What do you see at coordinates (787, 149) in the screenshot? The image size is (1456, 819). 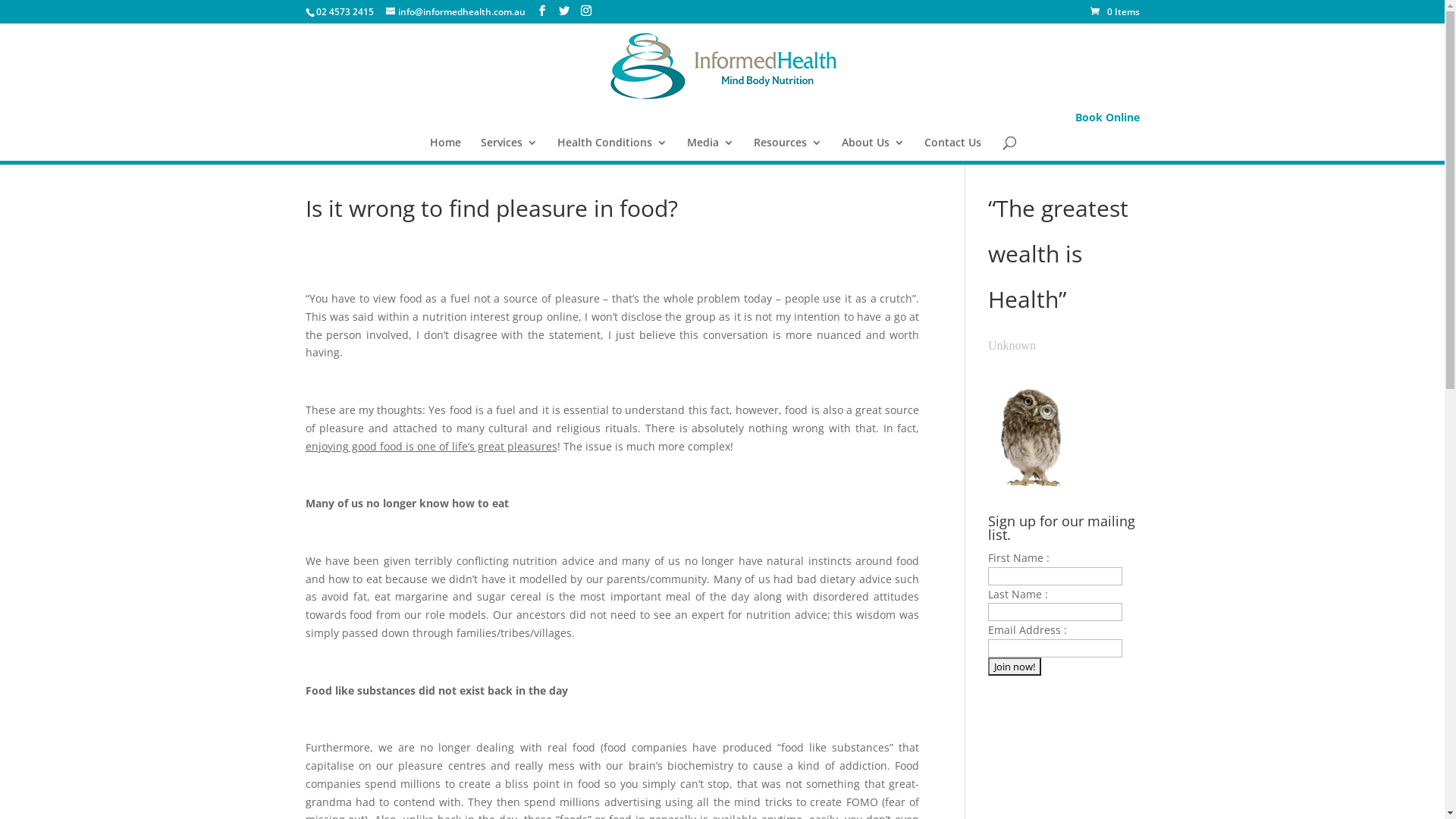 I see `'Resources'` at bounding box center [787, 149].